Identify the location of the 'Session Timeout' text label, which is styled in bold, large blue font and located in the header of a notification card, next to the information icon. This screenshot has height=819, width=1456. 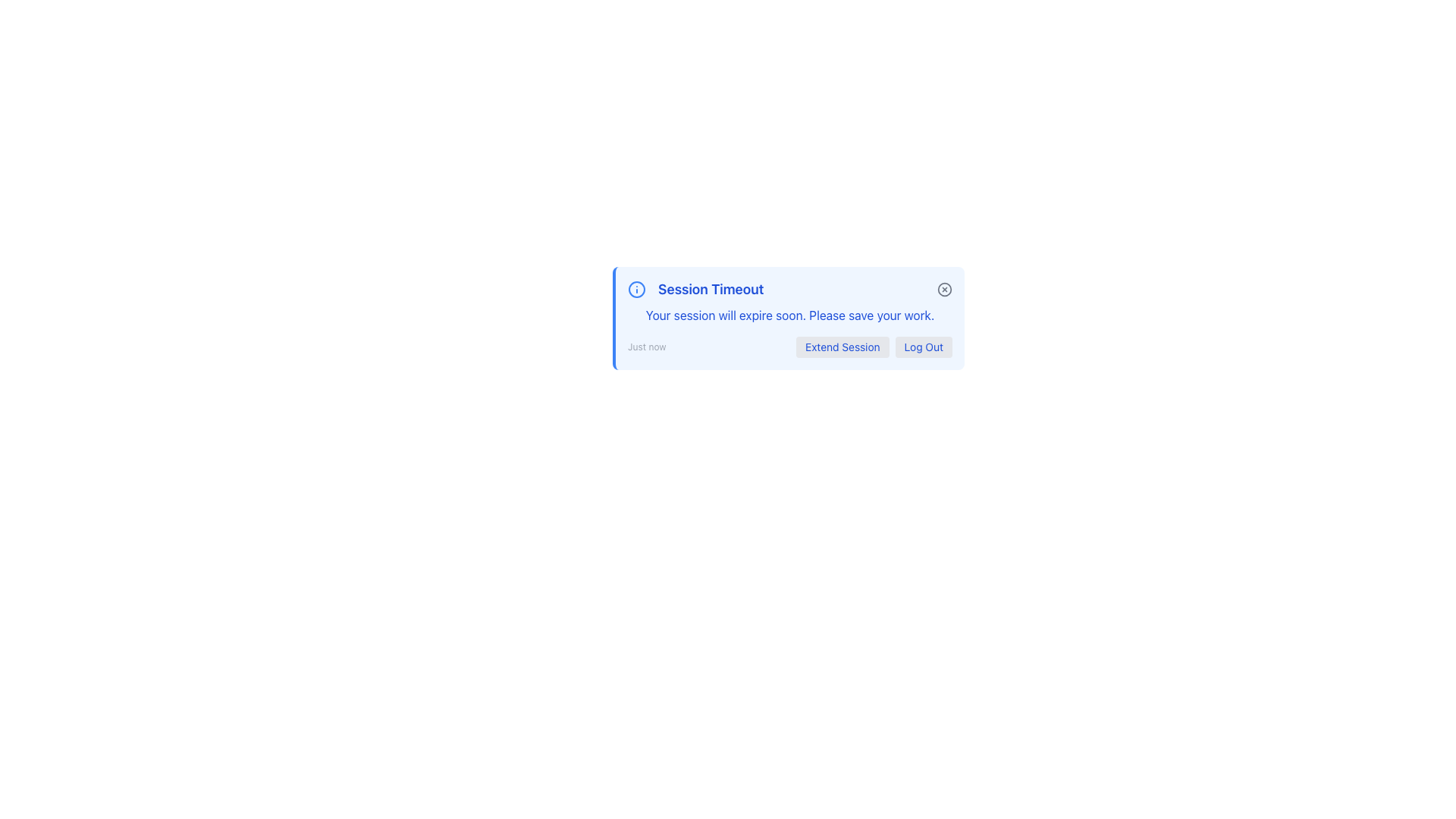
(710, 289).